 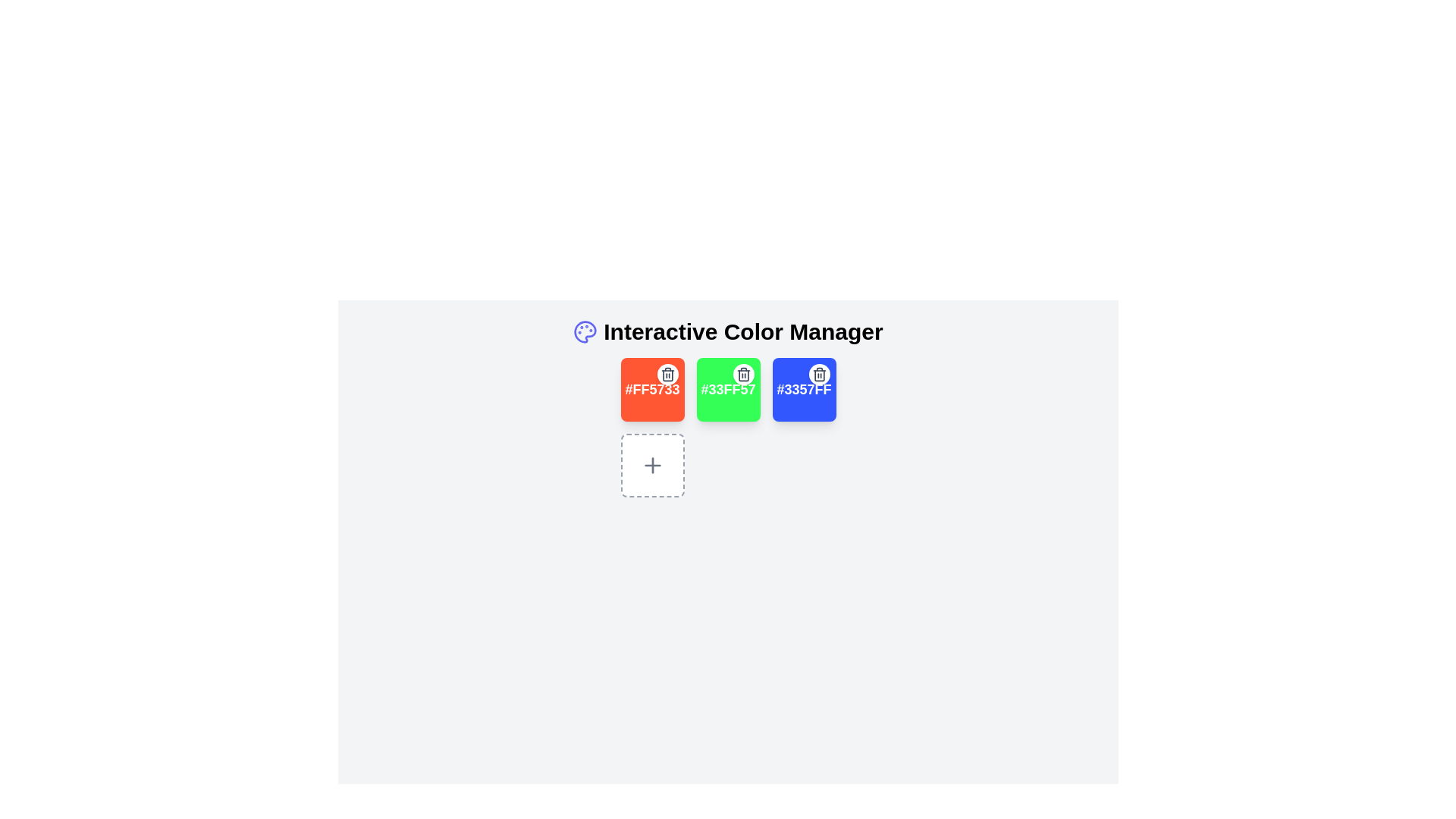 I want to click on the first color block labeled '#FF5733', so click(x=652, y=388).